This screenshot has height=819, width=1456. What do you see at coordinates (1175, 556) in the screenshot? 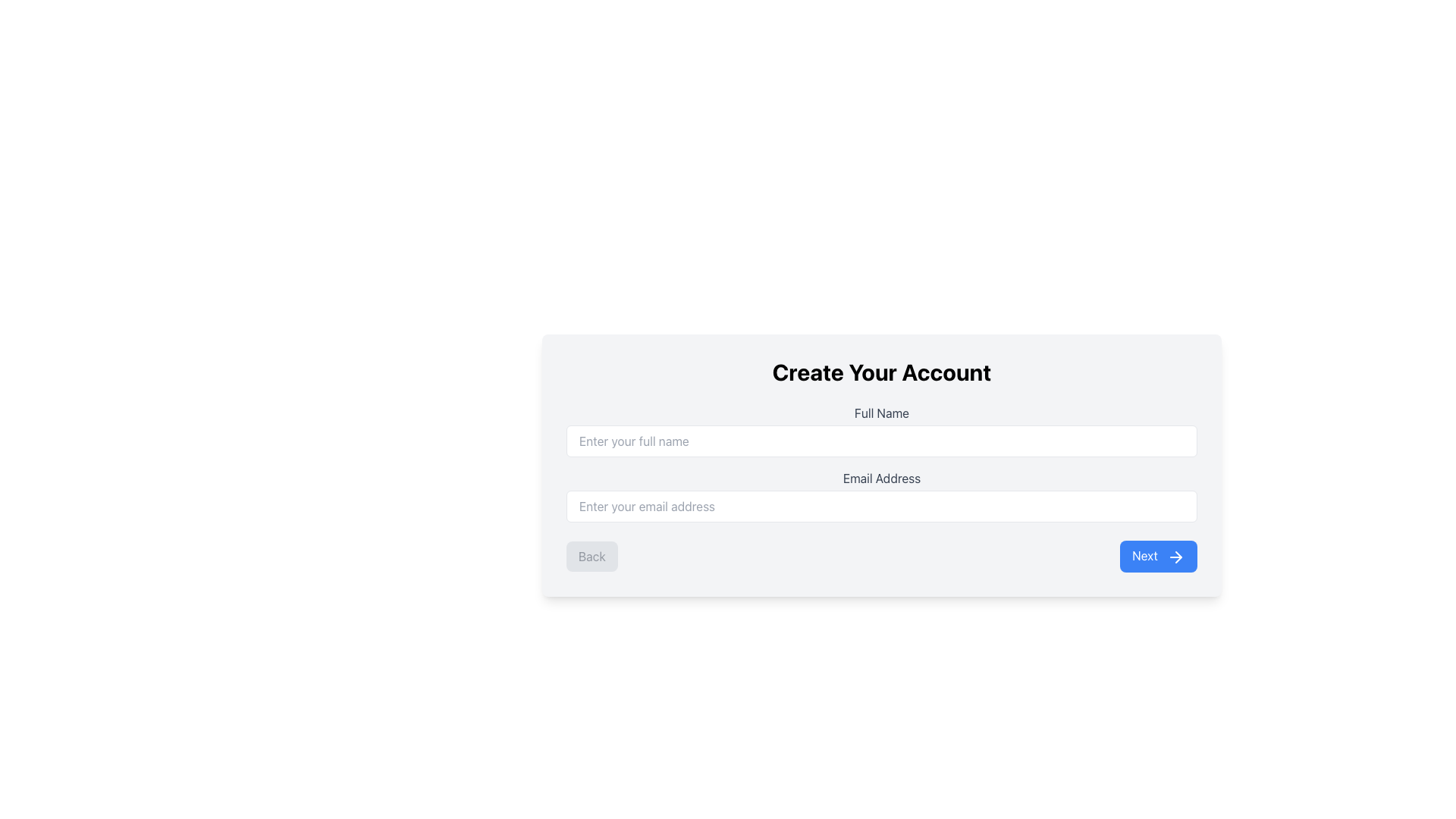
I see `the 'Next' button located at the bottom-right corner of the form, which contains a right-pointing arrow icon` at bounding box center [1175, 556].